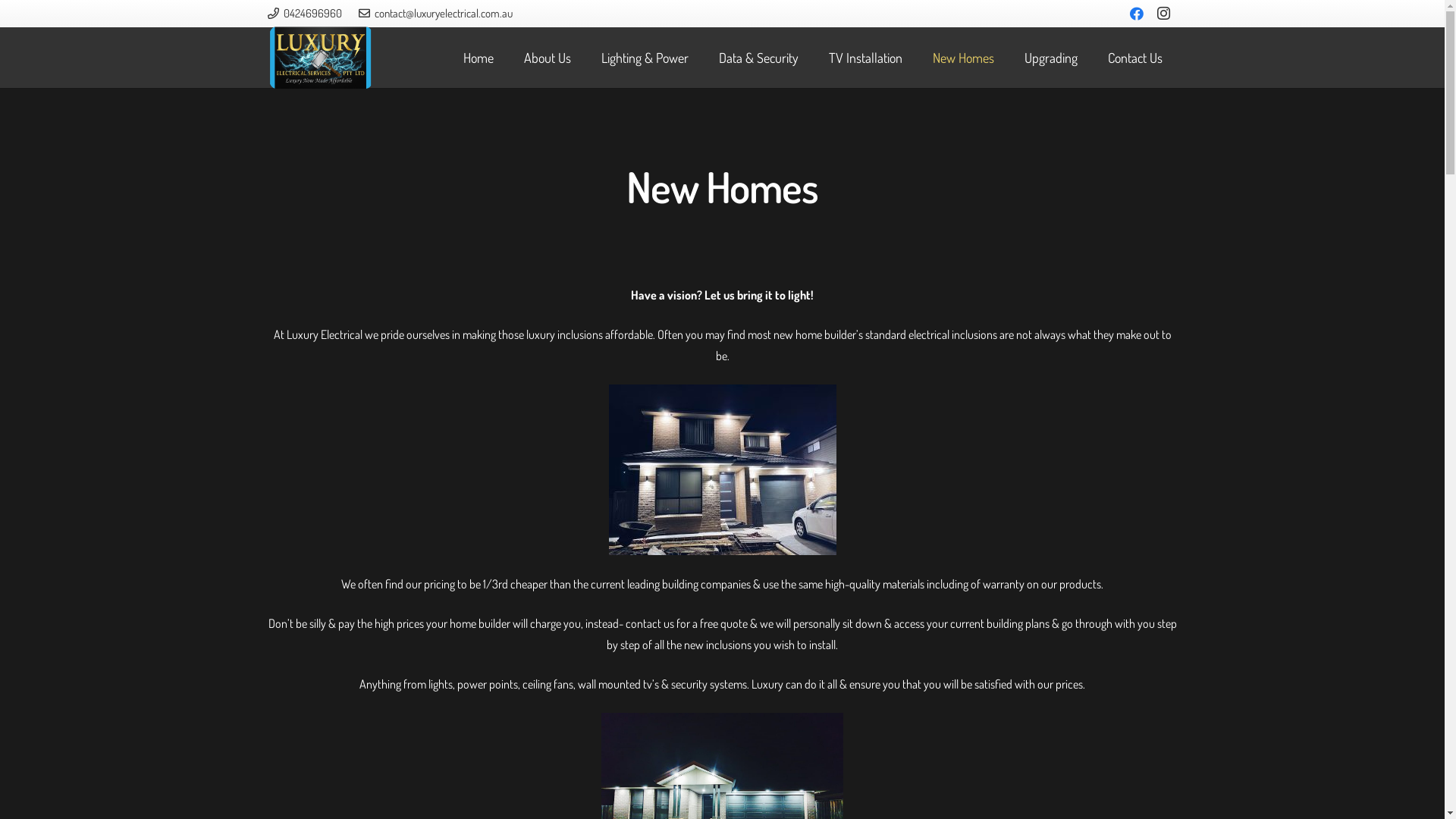  Describe the element at coordinates (303, 13) in the screenshot. I see `'0424696960'` at that location.